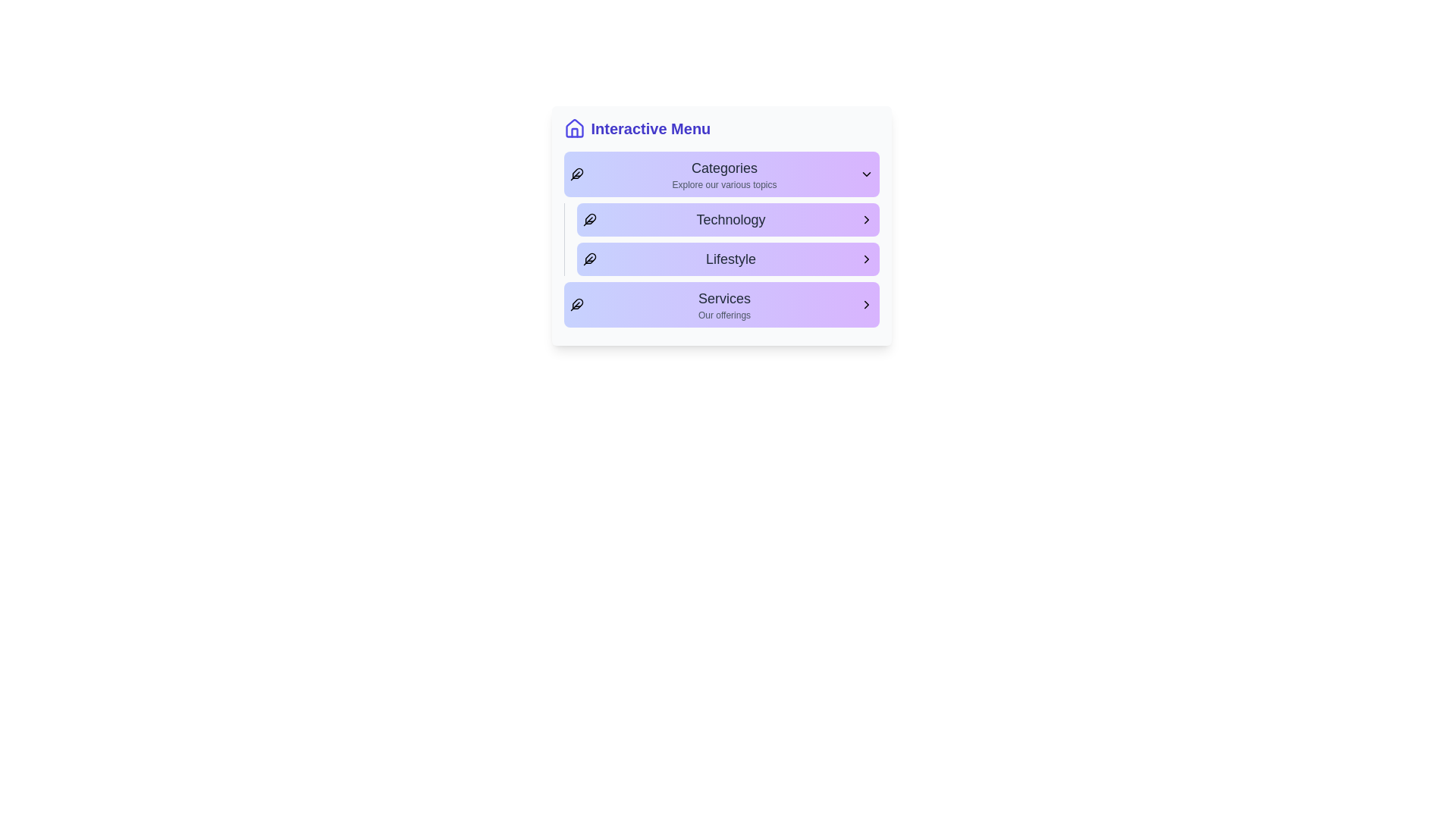 Image resolution: width=1456 pixels, height=819 pixels. I want to click on the visual significance of the 'Categories' icon located at the topmost row of the menu panel, serving as a leading indicator for the 'Categories' section, so click(576, 172).